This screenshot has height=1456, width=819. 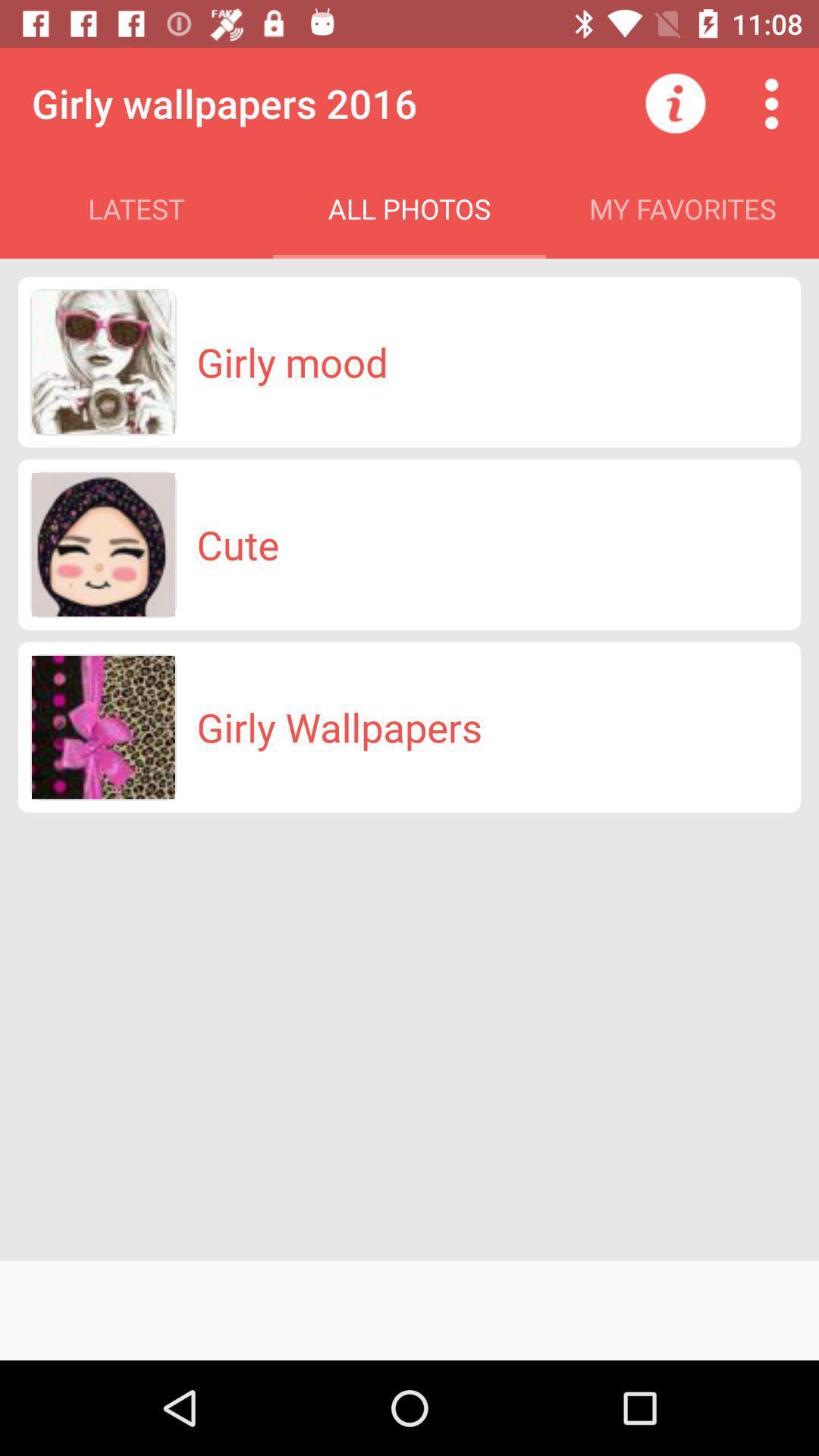 I want to click on the icon above girly wallpapers icon, so click(x=237, y=544).